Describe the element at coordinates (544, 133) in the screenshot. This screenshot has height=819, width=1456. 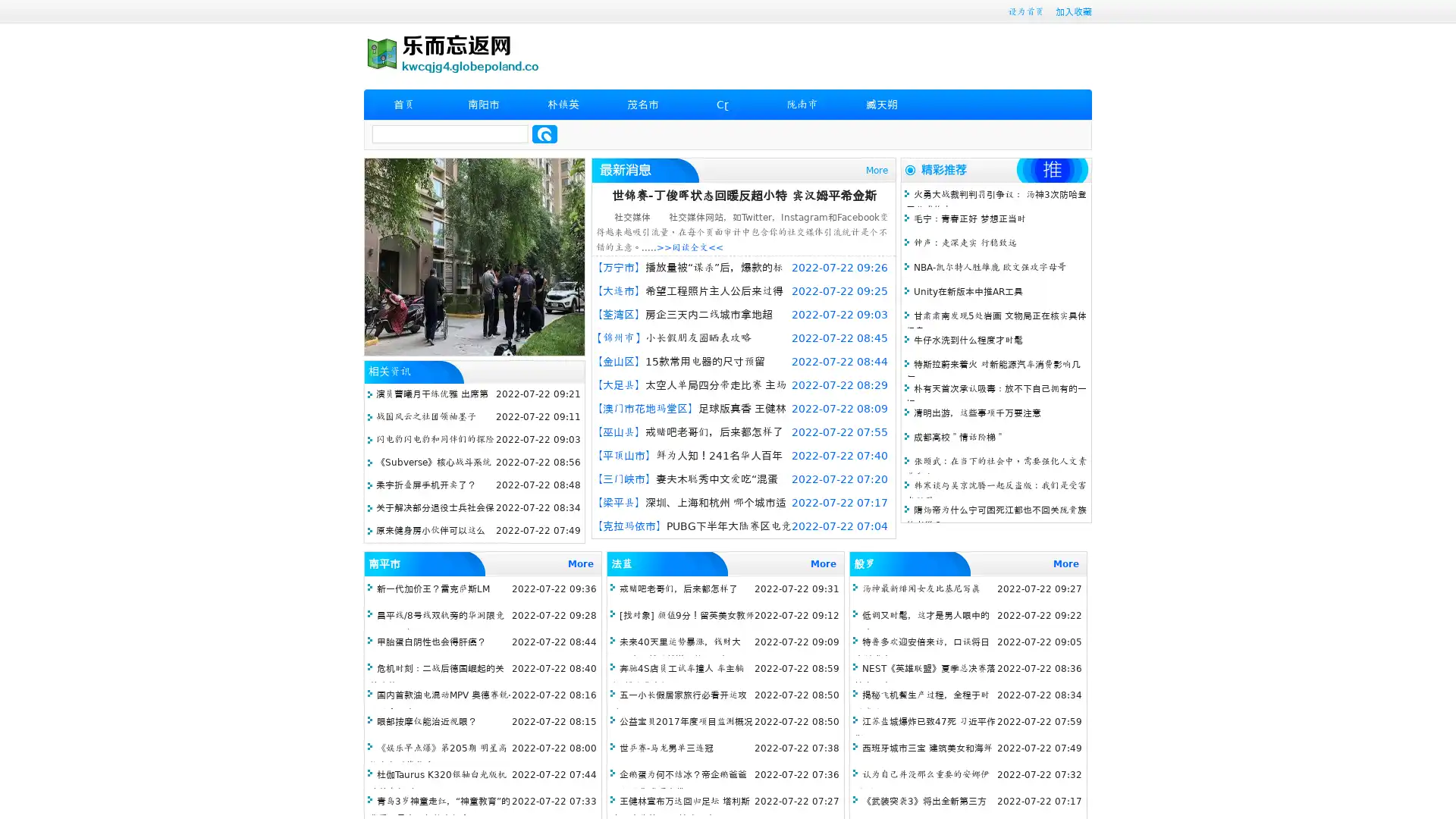
I see `Search` at that location.